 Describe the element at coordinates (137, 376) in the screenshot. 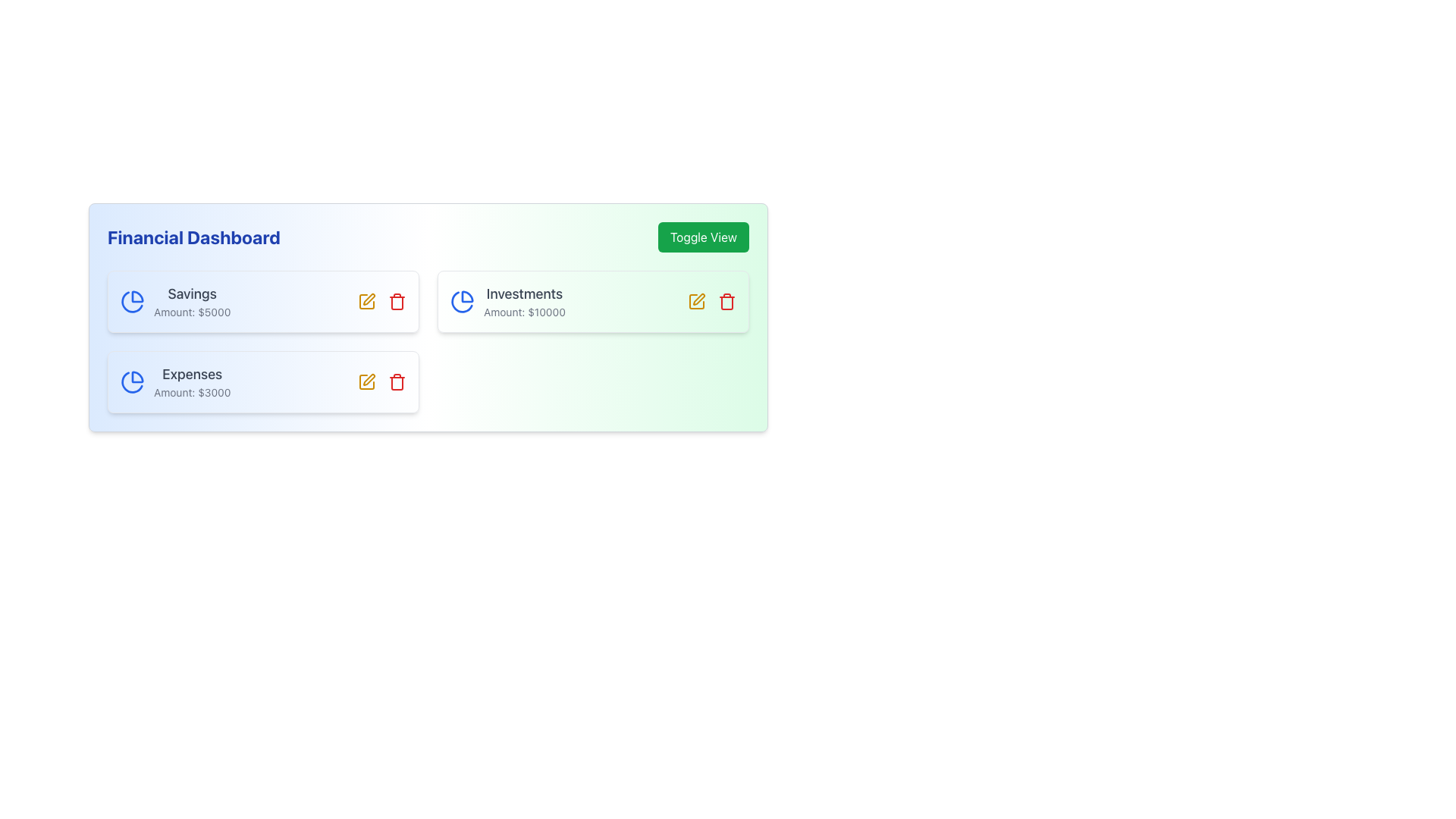

I see `the pie chart icon located in the top-left corner of the 'Expenses' card on the Financial Dashboard` at that location.